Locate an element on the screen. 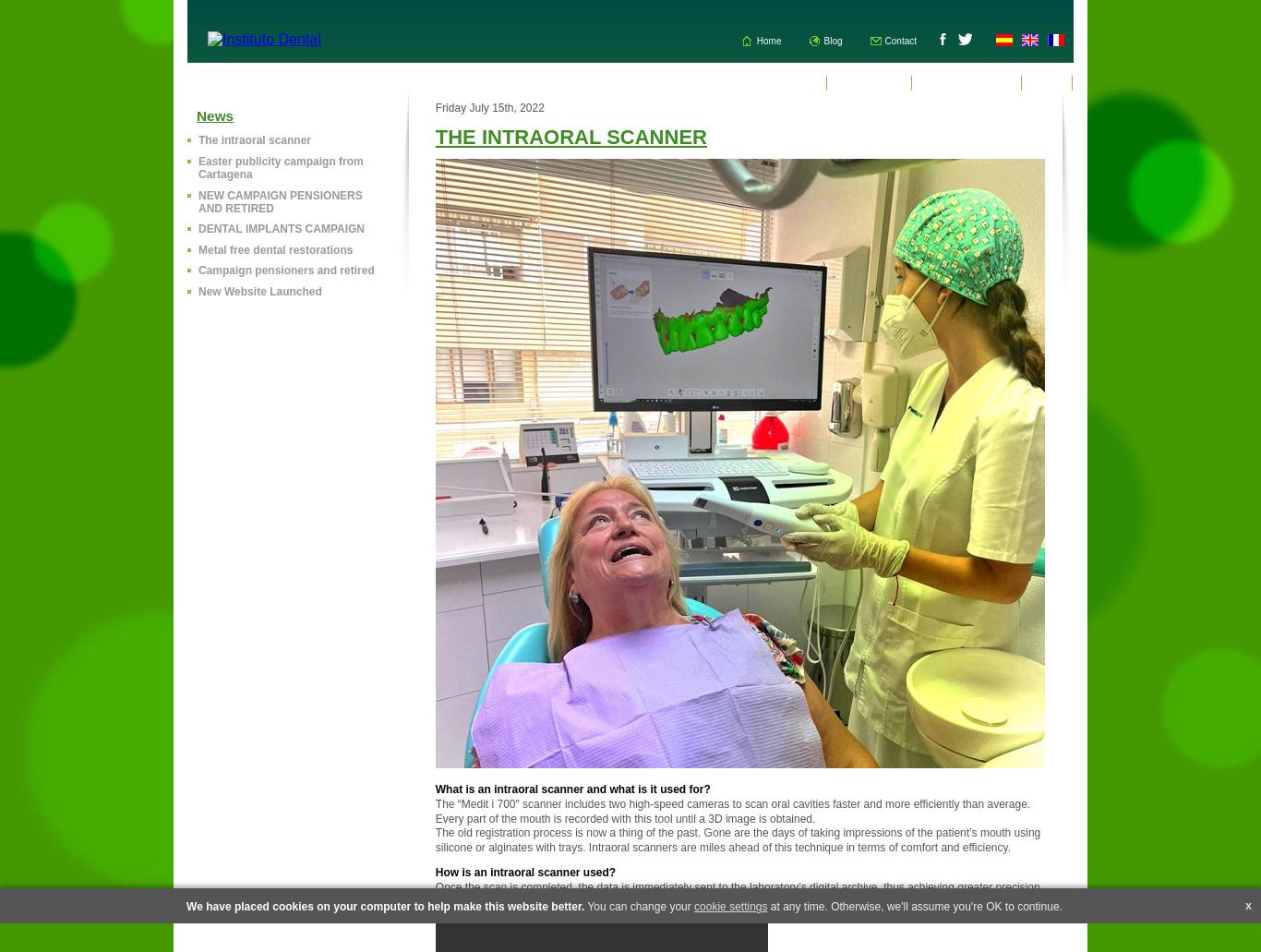 The height and width of the screenshot is (952, 1261). 'Specialities' is located at coordinates (869, 82).